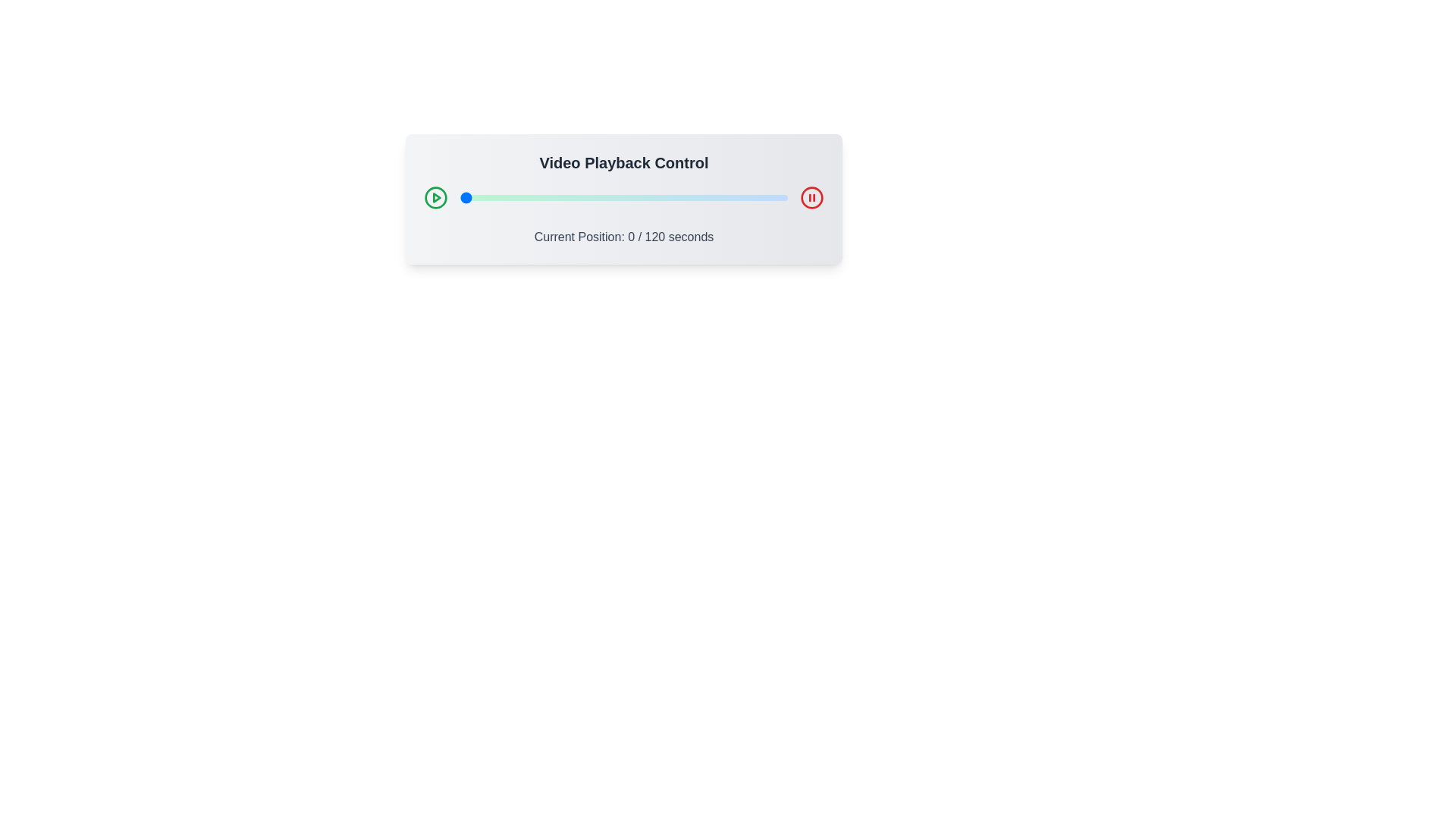  I want to click on the video playback slider to 46 seconds, so click(585, 197).